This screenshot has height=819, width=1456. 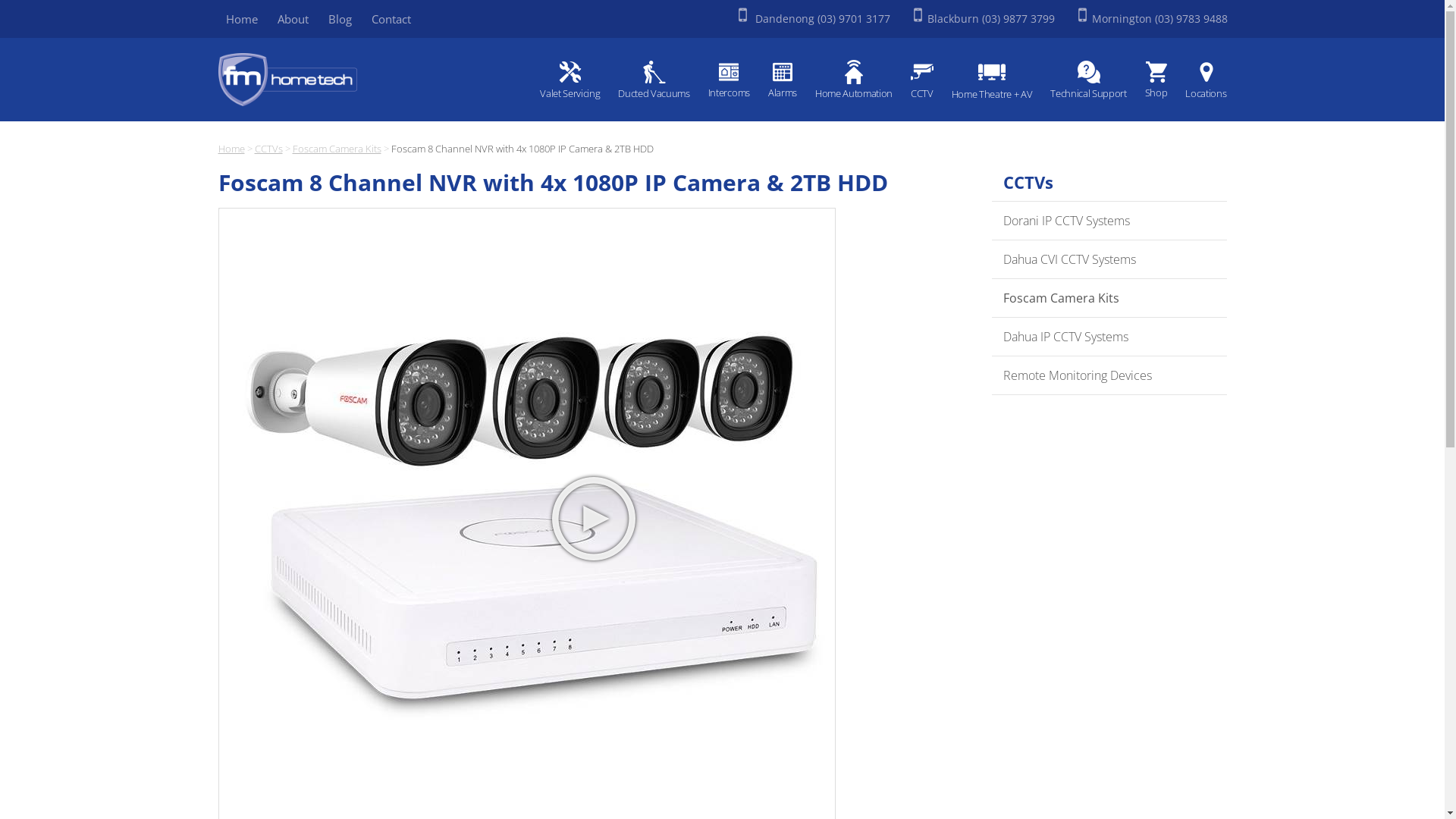 I want to click on 'Blackburn', so click(x=953, y=18).